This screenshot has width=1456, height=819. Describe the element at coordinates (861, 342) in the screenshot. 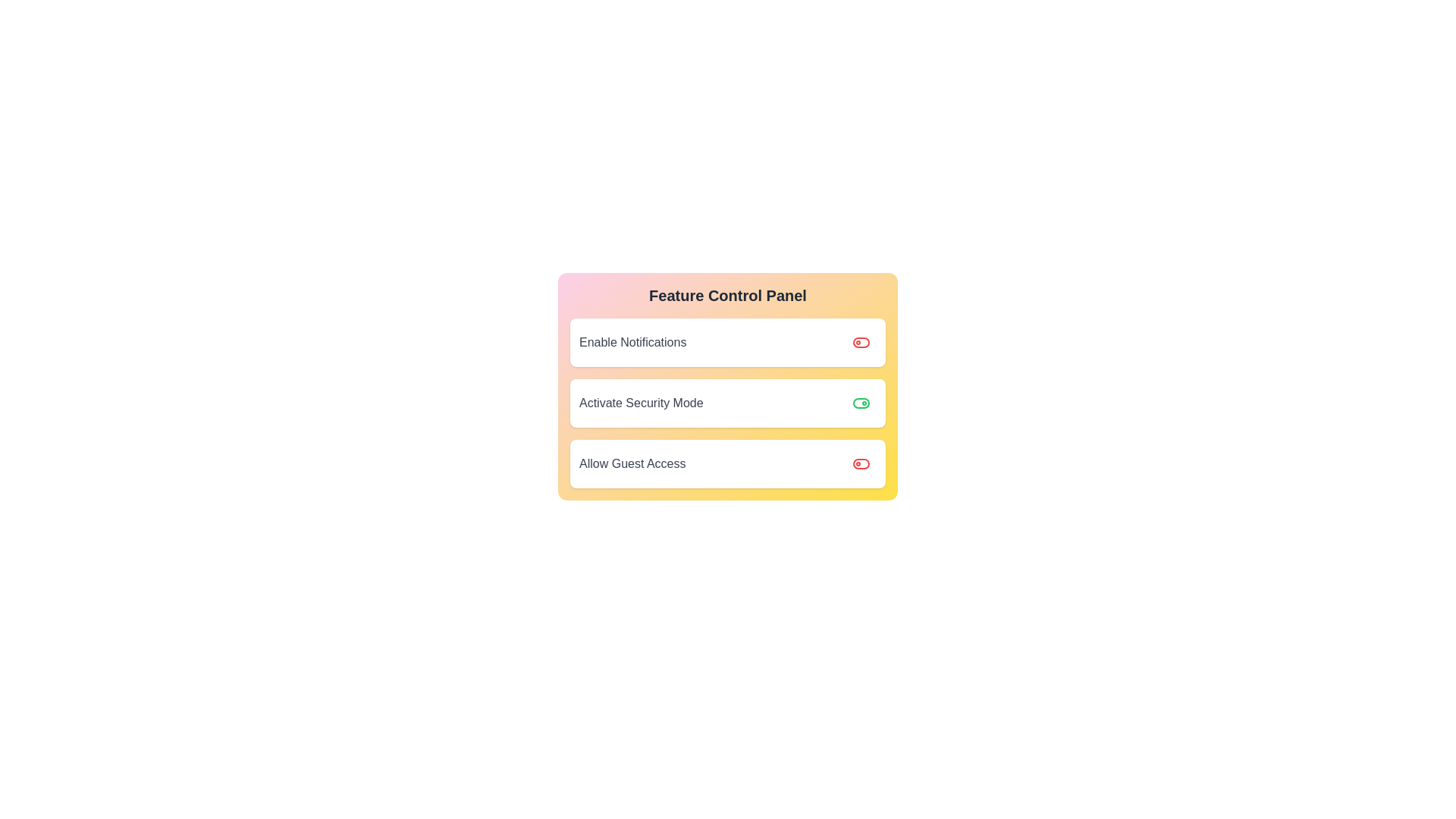

I see `the main body of the toggle switch located to the right of the 'Enable Notifications' label in the control panel` at that location.